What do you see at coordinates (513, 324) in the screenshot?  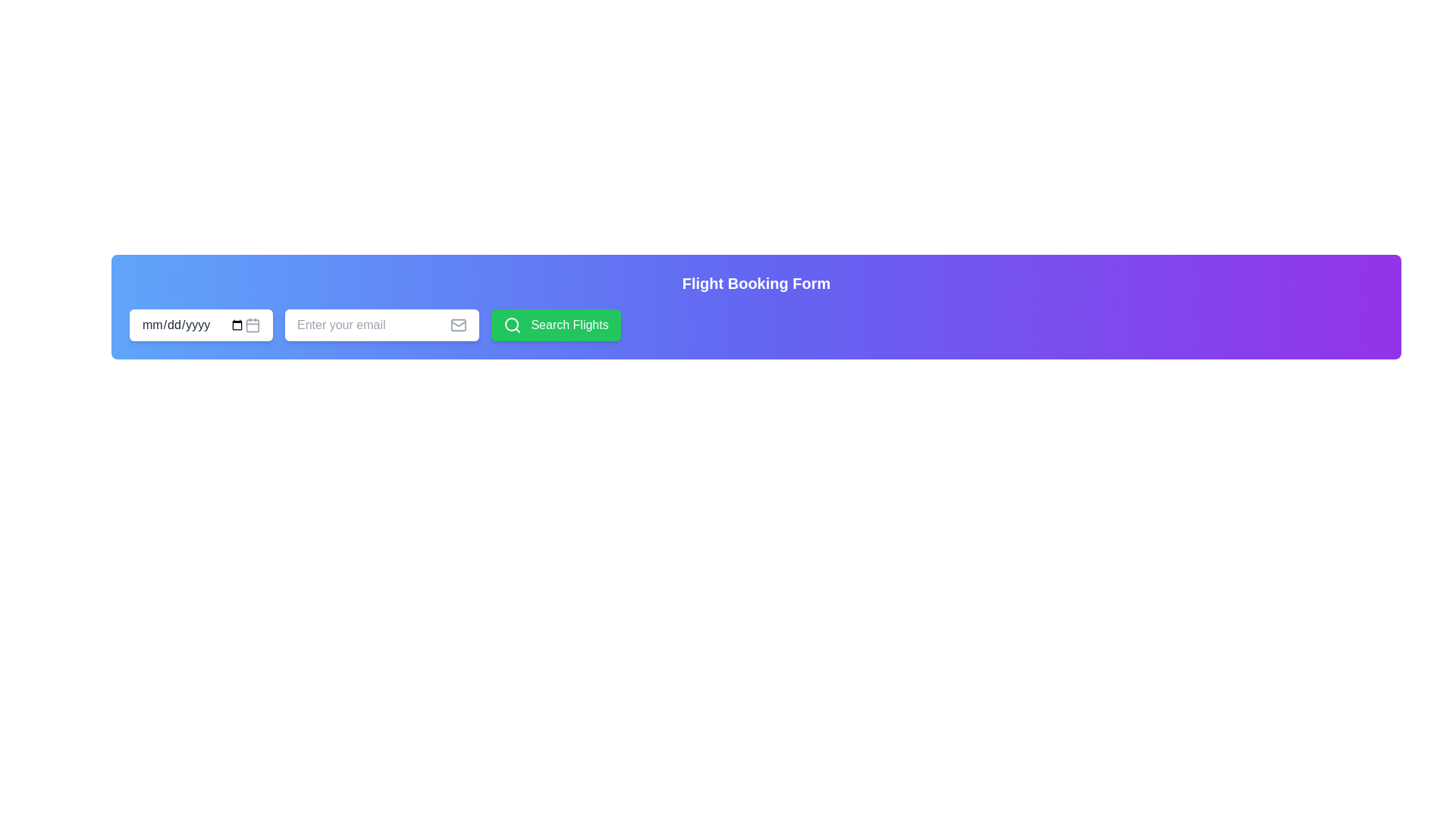 I see `the circular magnifying glass icon with a green background located to the left of the 'Search Flights' button` at bounding box center [513, 324].